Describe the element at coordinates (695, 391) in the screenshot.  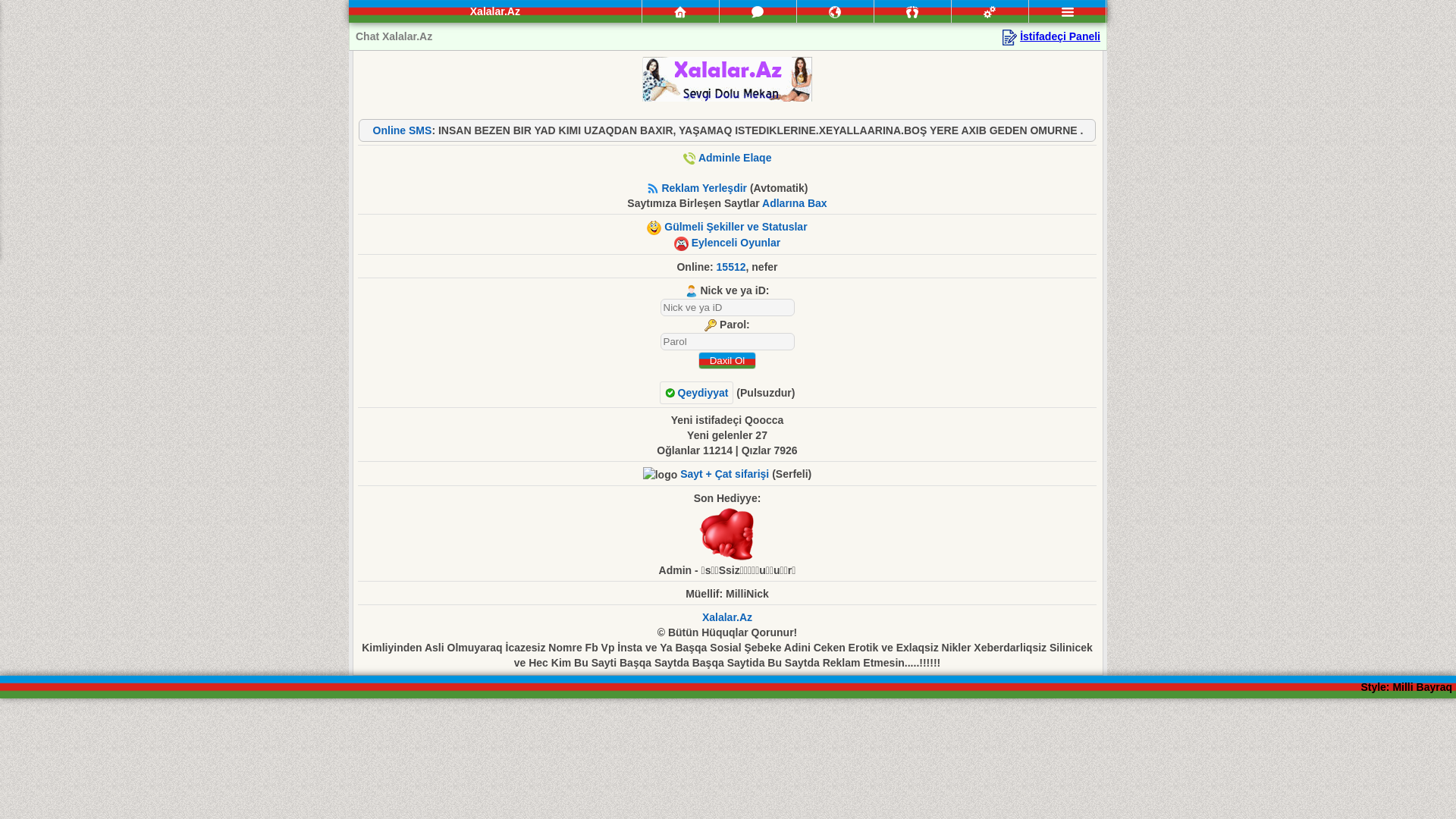
I see `'Qeydiyyat'` at that location.